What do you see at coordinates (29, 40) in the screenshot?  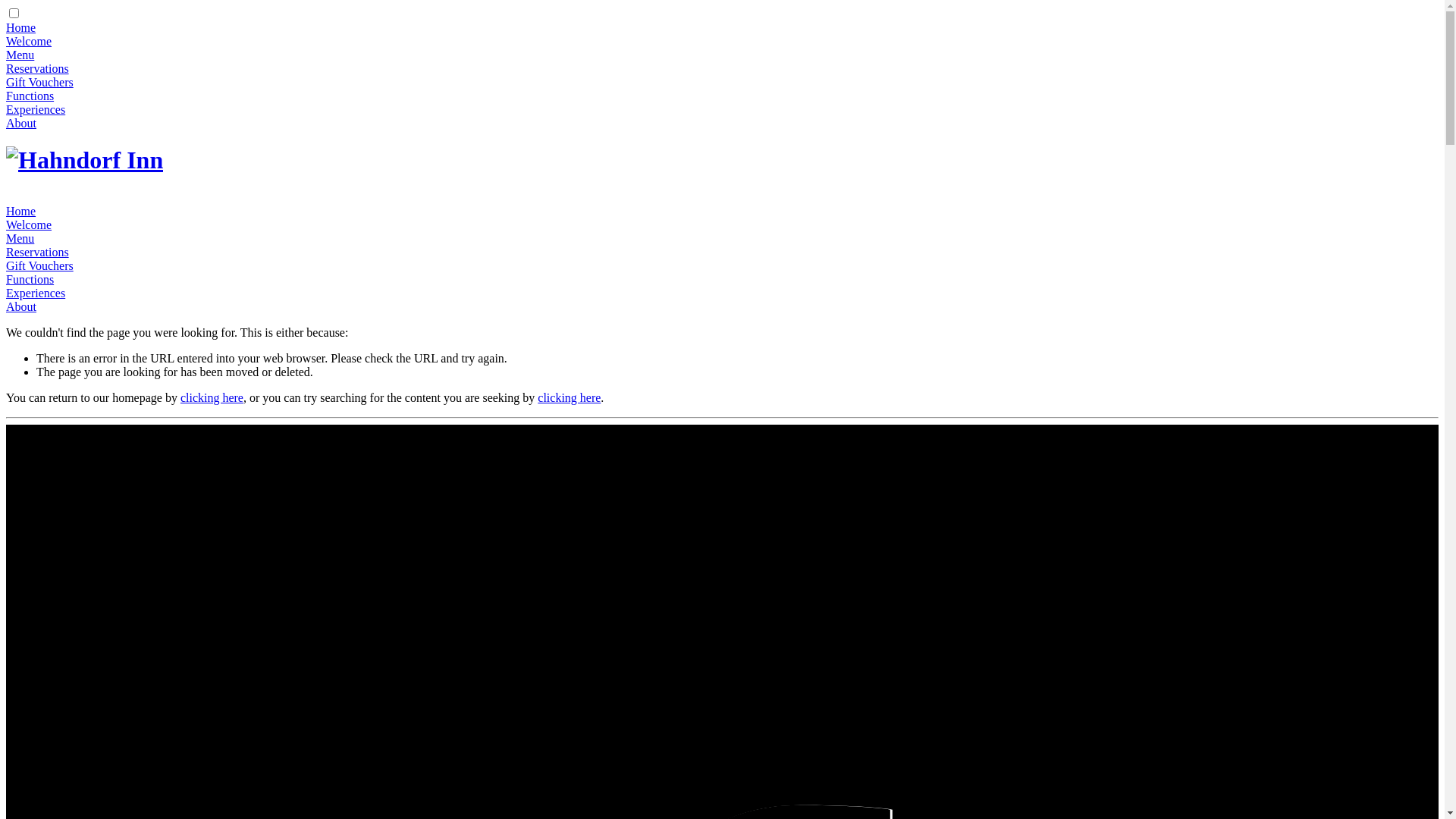 I see `'Welcome'` at bounding box center [29, 40].